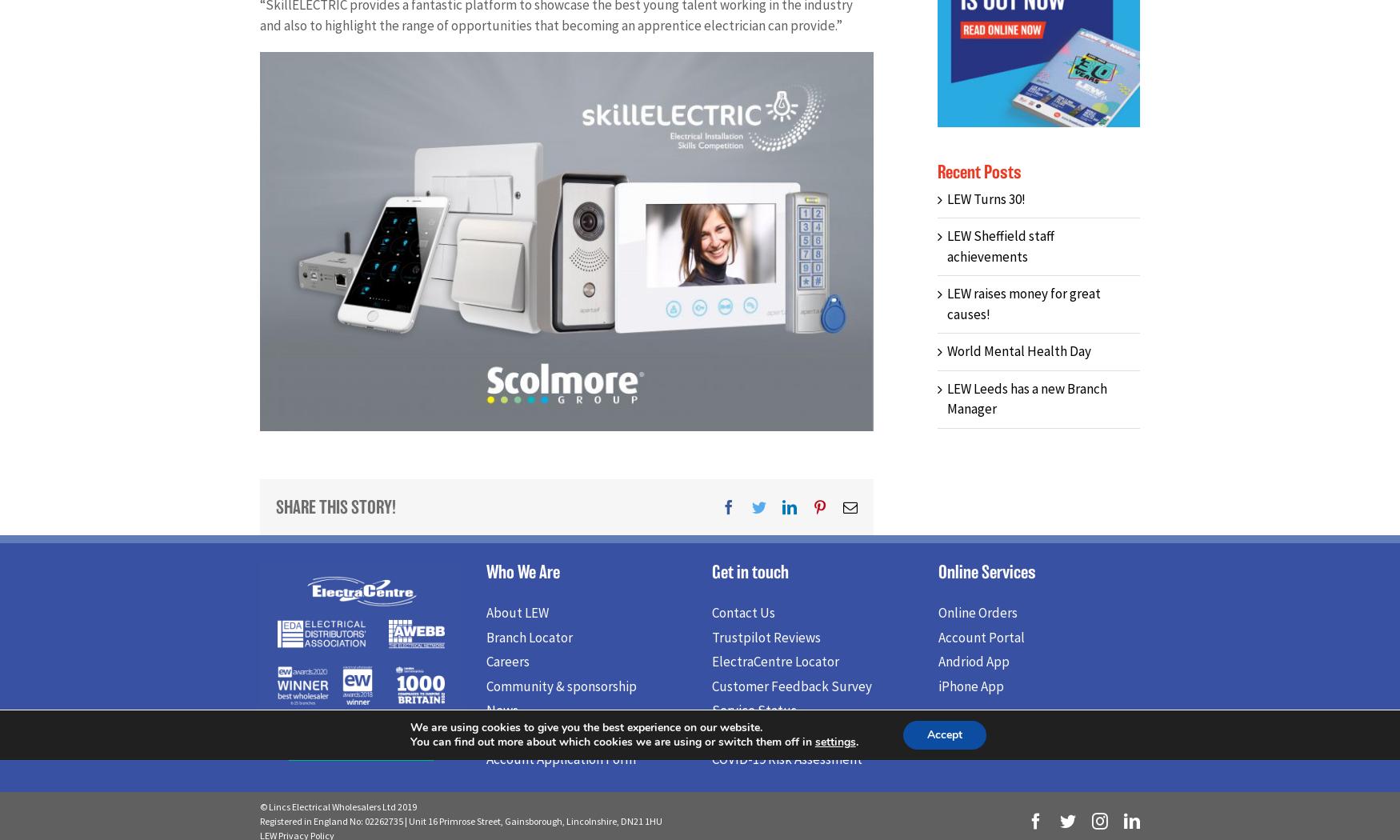  Describe the element at coordinates (936, 617) in the screenshot. I see `'Online Orders'` at that location.